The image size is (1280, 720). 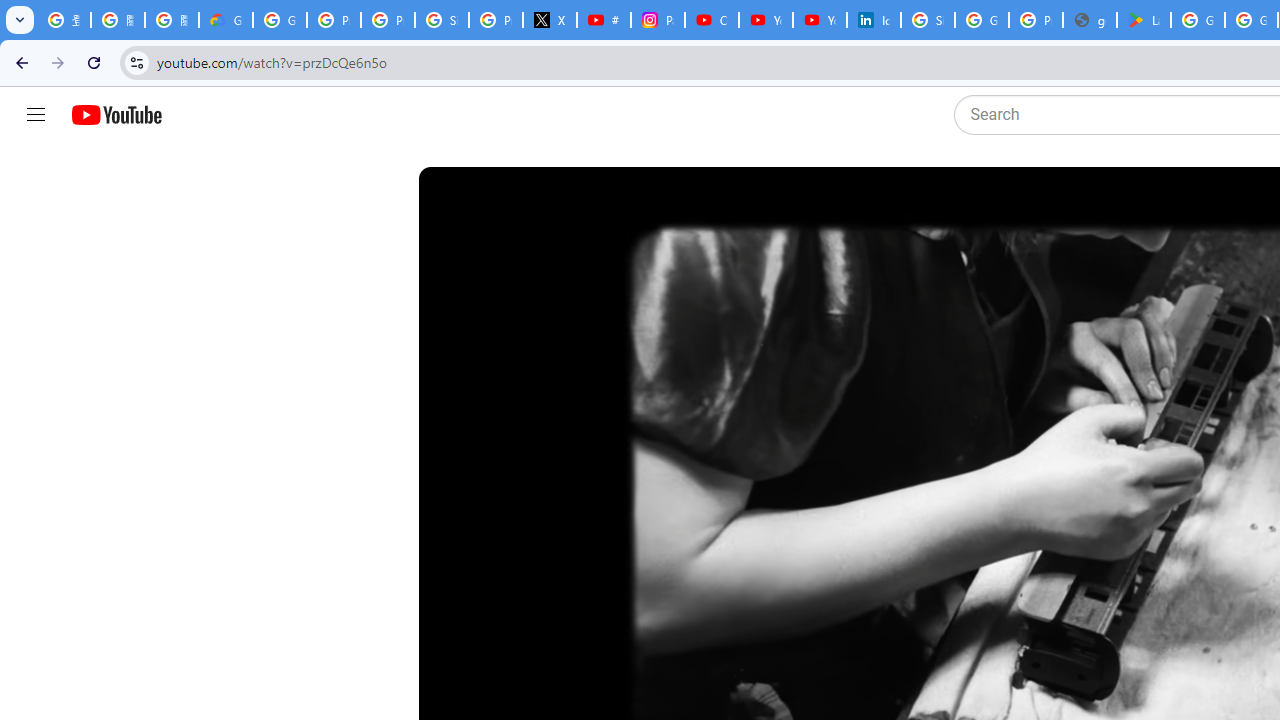 What do you see at coordinates (115, 115) in the screenshot?
I see `'YouTube Home'` at bounding box center [115, 115].